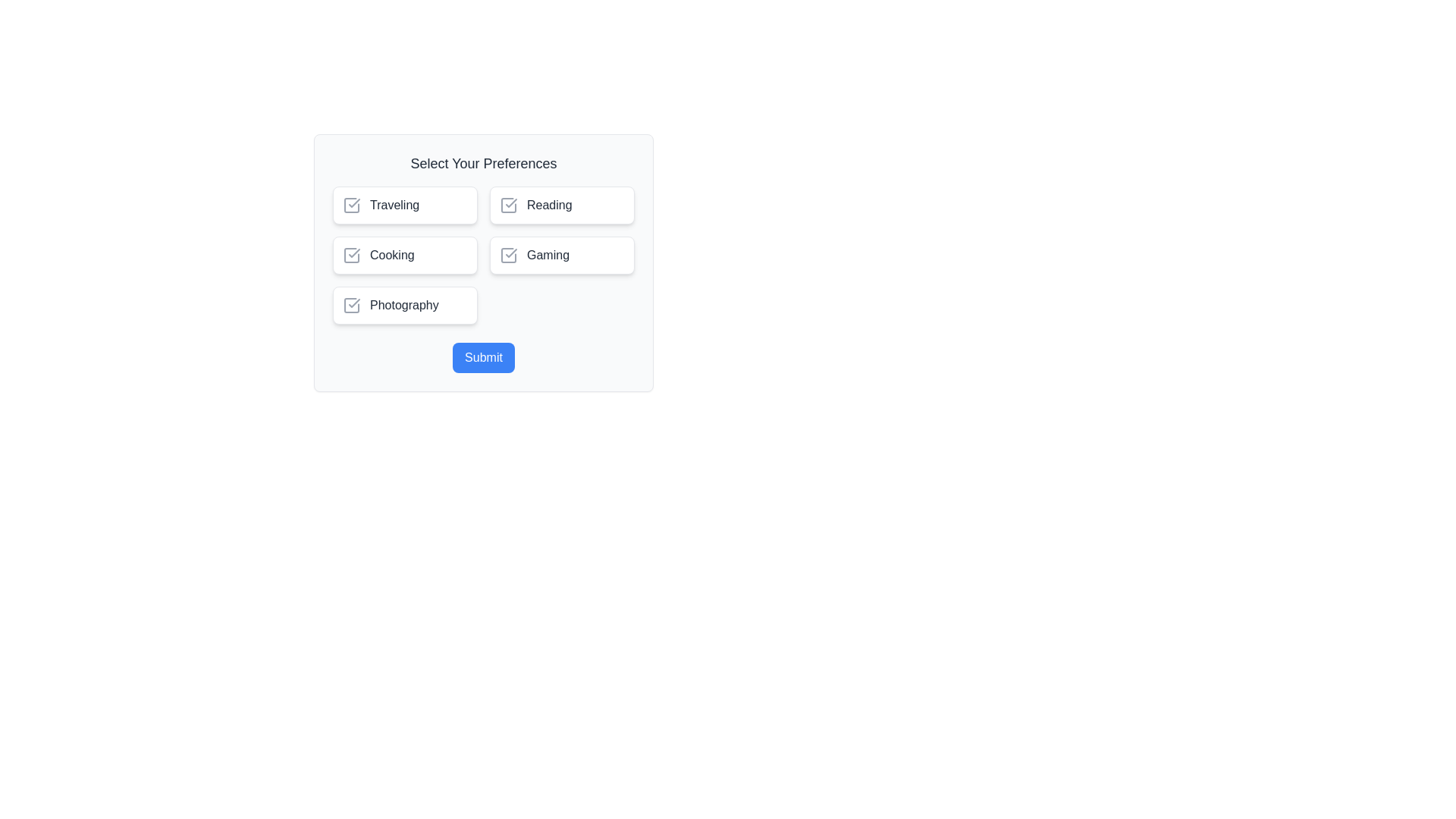 The image size is (1456, 819). What do you see at coordinates (509, 205) in the screenshot?
I see `the Checkbox Icon located at the left side of the 'Reading' card` at bounding box center [509, 205].